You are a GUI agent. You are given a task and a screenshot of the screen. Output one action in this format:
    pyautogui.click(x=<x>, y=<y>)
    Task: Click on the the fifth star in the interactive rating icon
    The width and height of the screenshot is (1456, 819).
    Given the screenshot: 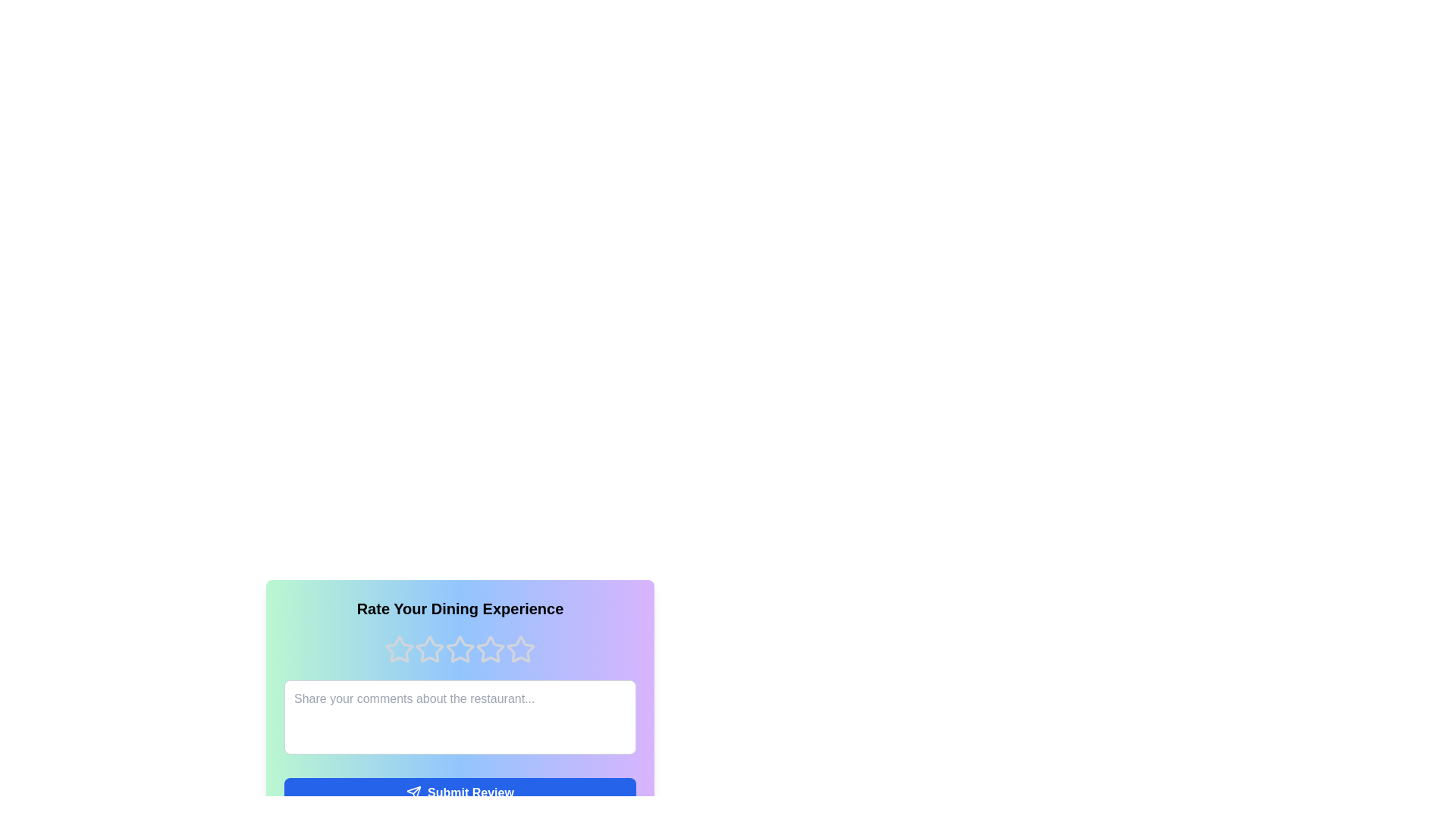 What is the action you would take?
    pyautogui.click(x=520, y=648)
    